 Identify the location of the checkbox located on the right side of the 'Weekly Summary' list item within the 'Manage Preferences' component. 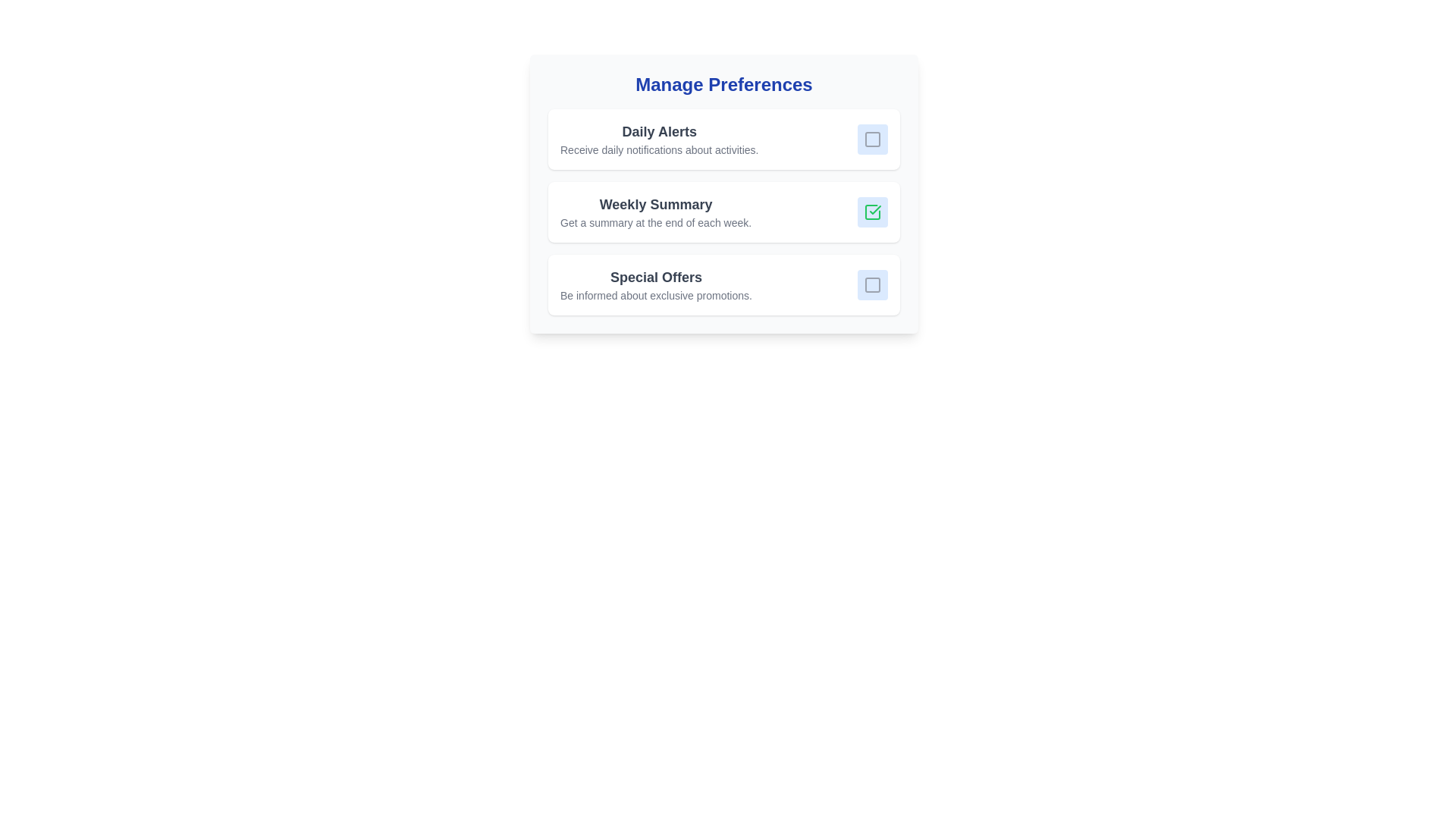
(723, 193).